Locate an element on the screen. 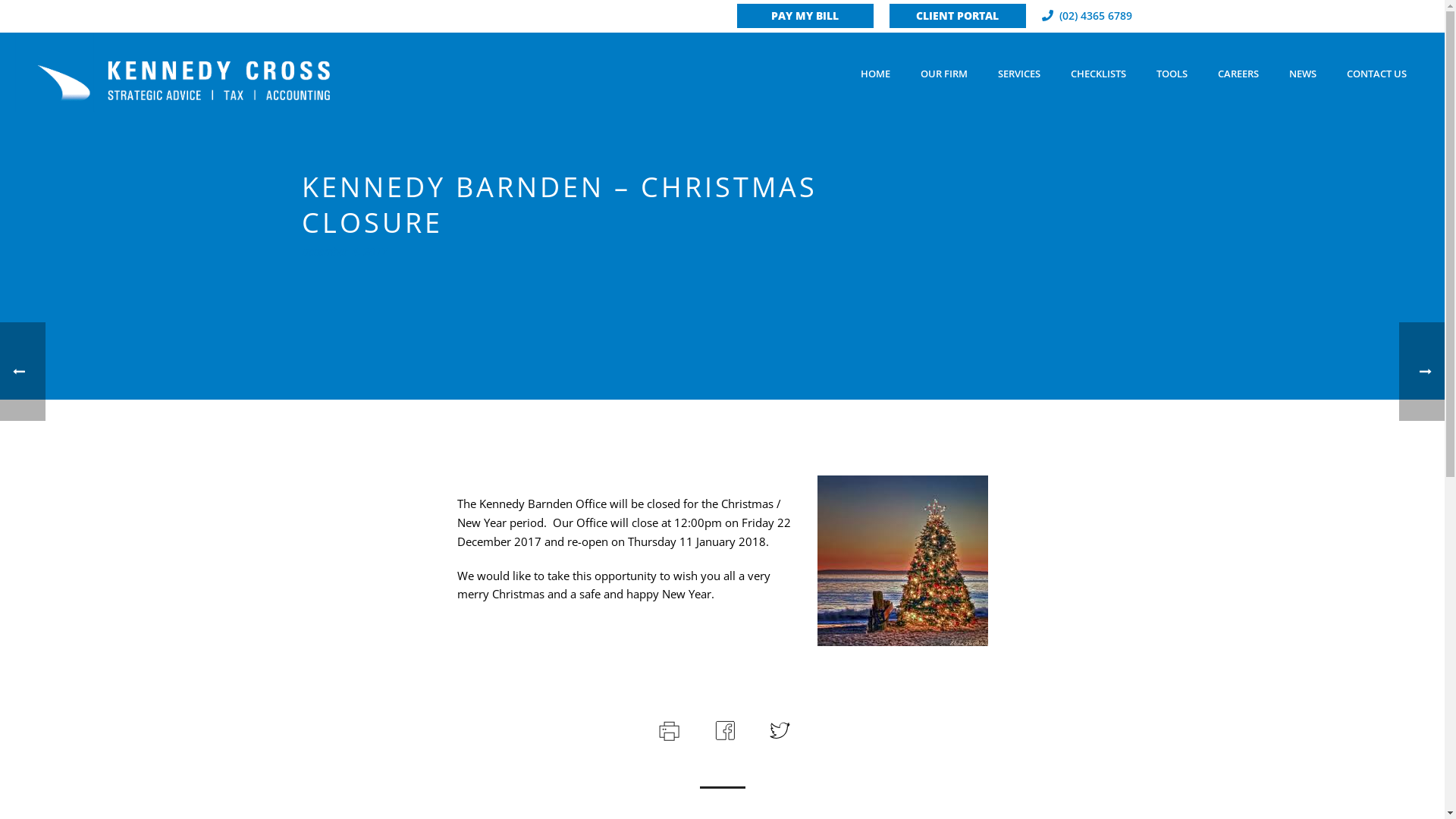 This screenshot has height=819, width=1456. 'SERVICES' is located at coordinates (1019, 73).